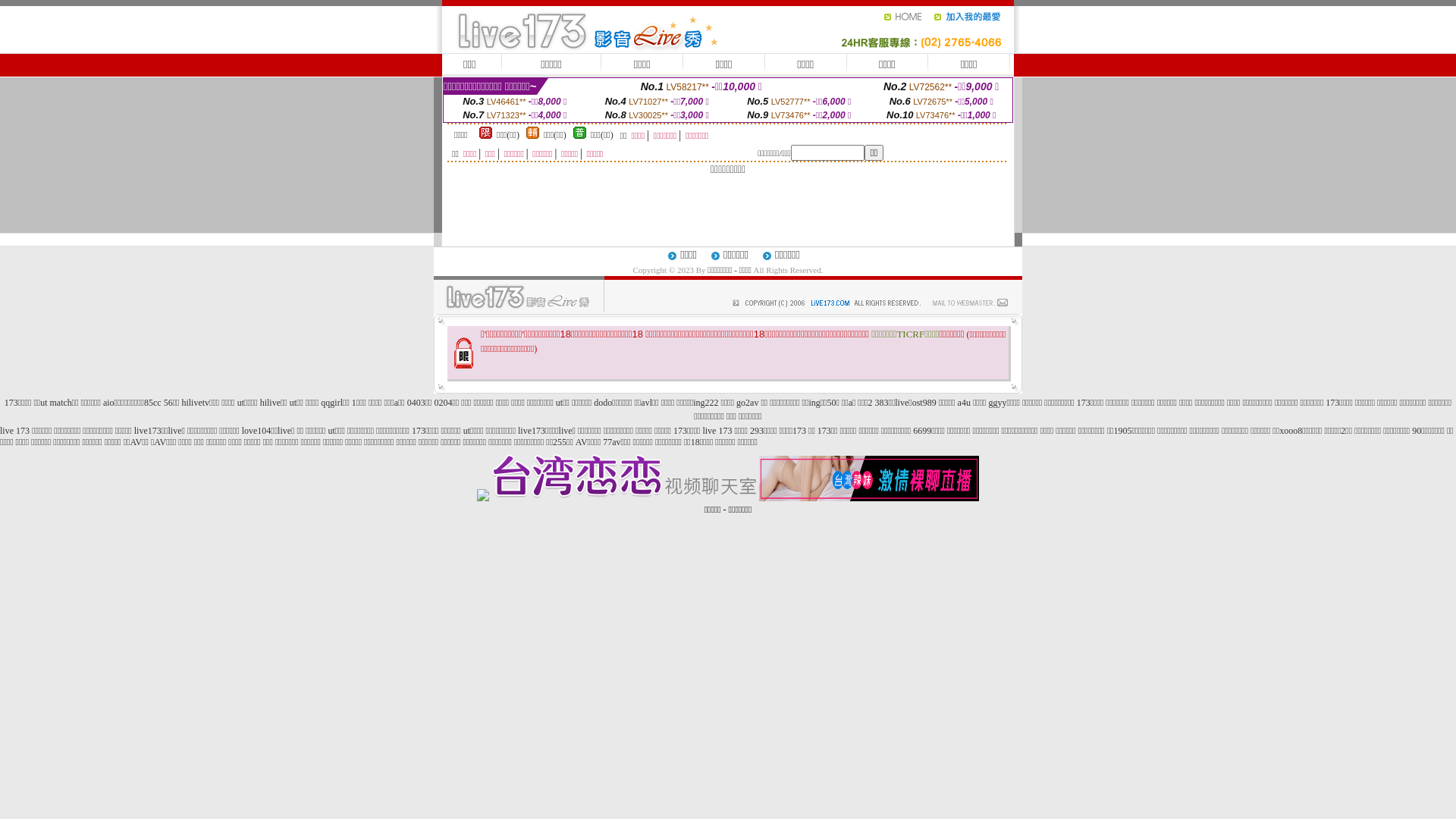  Describe the element at coordinates (0, 430) in the screenshot. I see `'live 173'` at that location.